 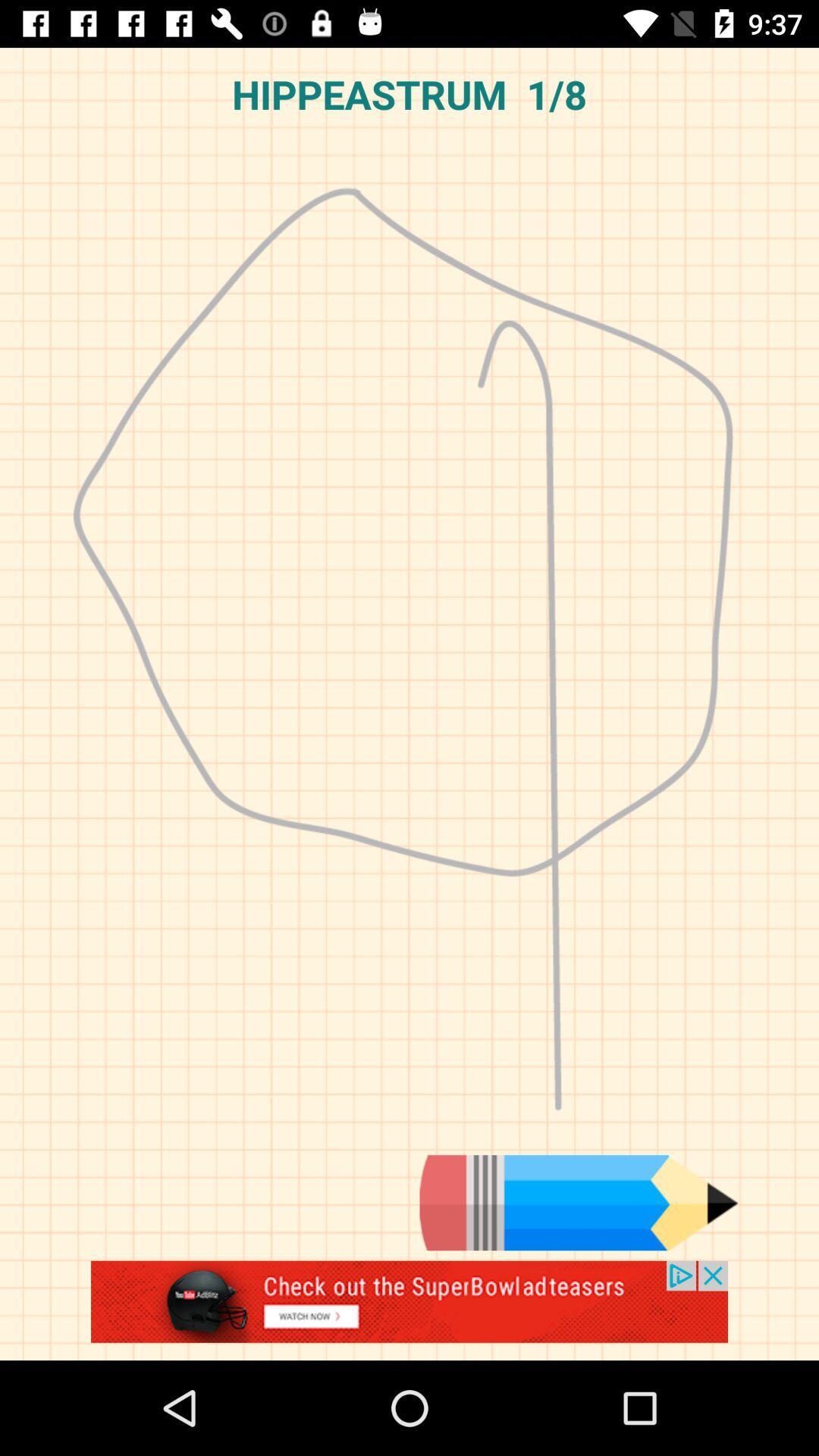 I want to click on draw, so click(x=579, y=1202).